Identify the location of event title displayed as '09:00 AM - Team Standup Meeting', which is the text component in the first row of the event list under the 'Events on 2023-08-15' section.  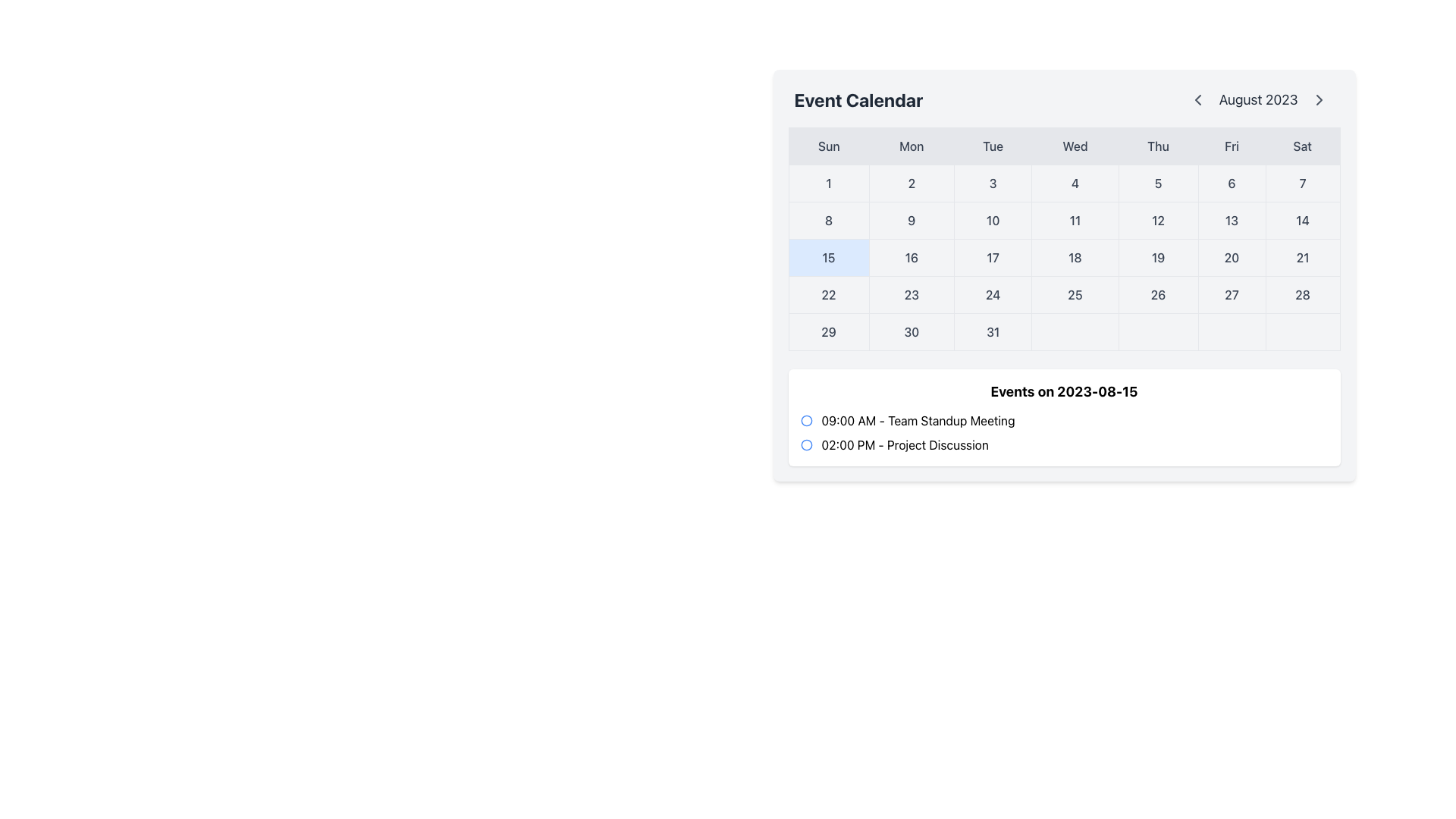
(917, 421).